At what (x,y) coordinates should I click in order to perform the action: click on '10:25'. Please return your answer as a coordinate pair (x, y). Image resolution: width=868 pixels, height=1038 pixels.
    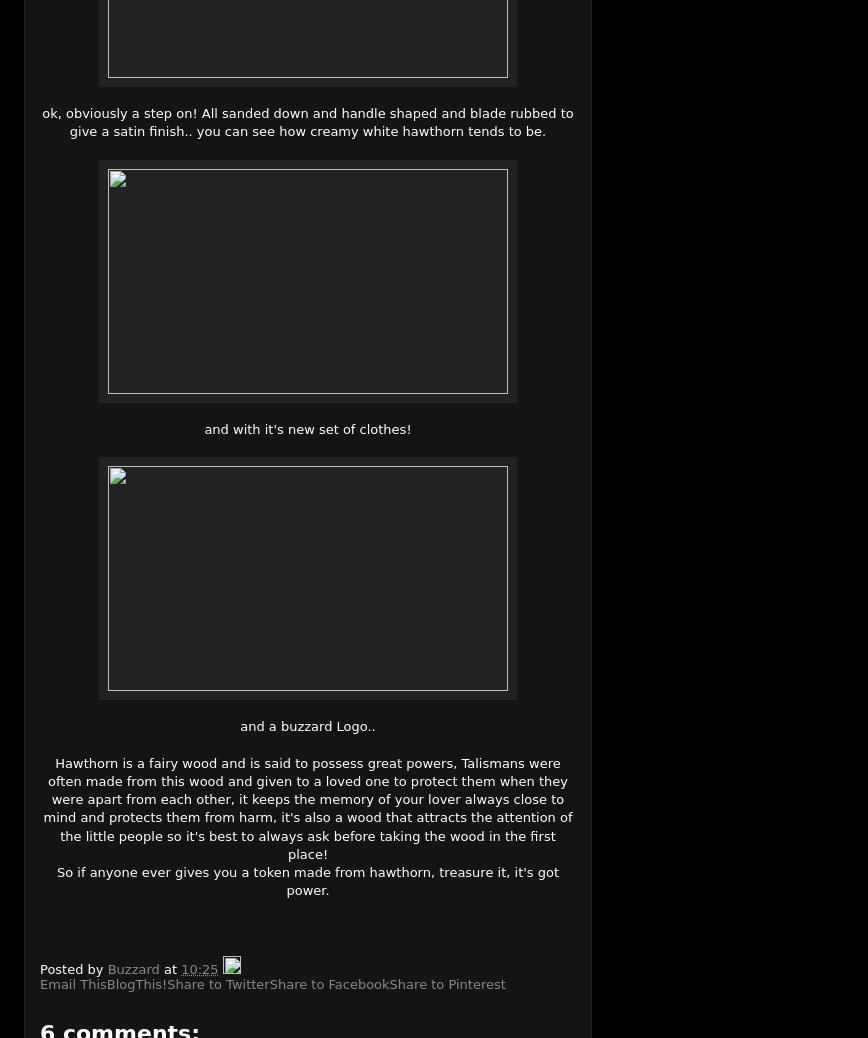
    Looking at the image, I should click on (199, 969).